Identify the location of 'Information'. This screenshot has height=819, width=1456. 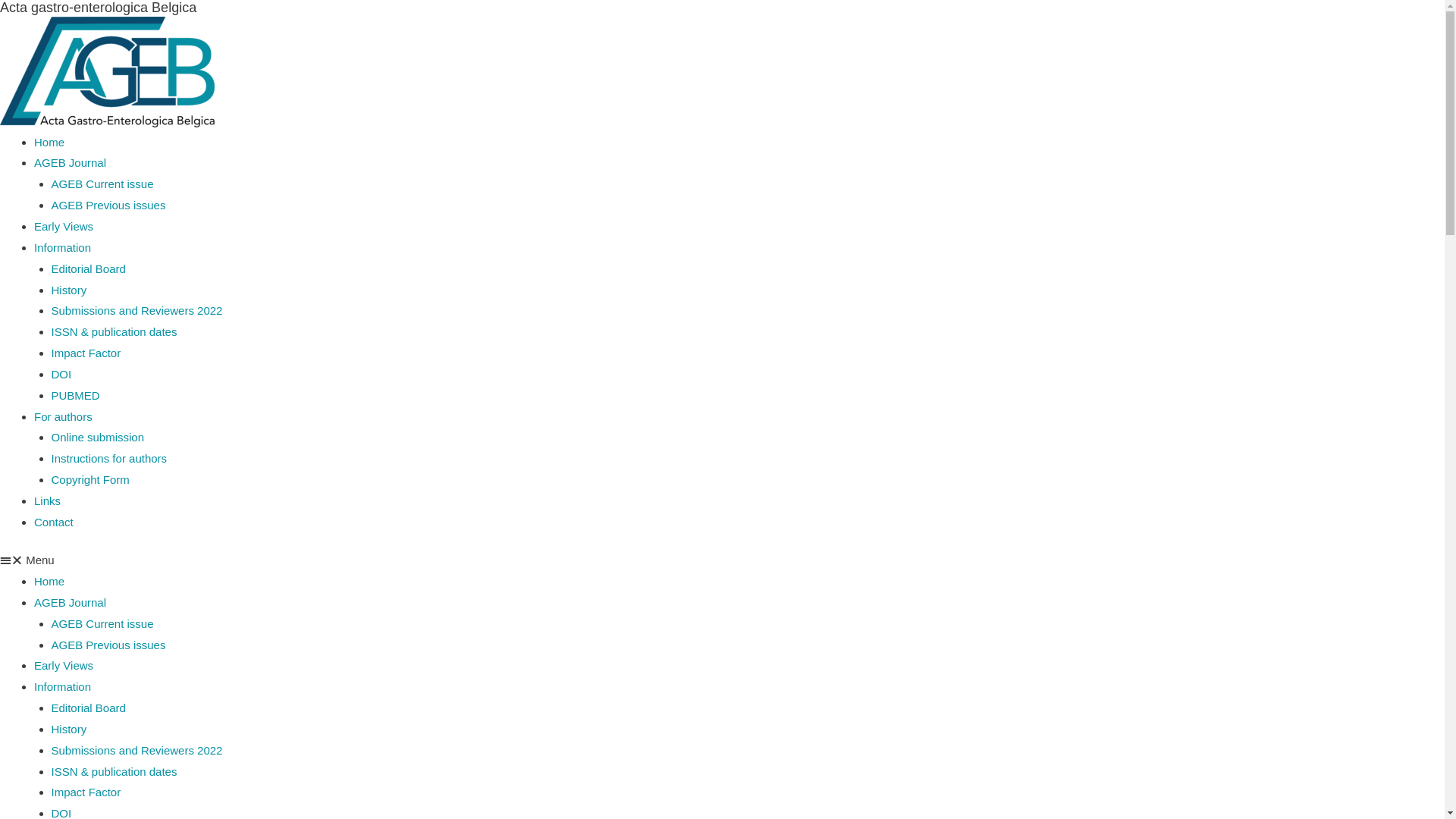
(61, 686).